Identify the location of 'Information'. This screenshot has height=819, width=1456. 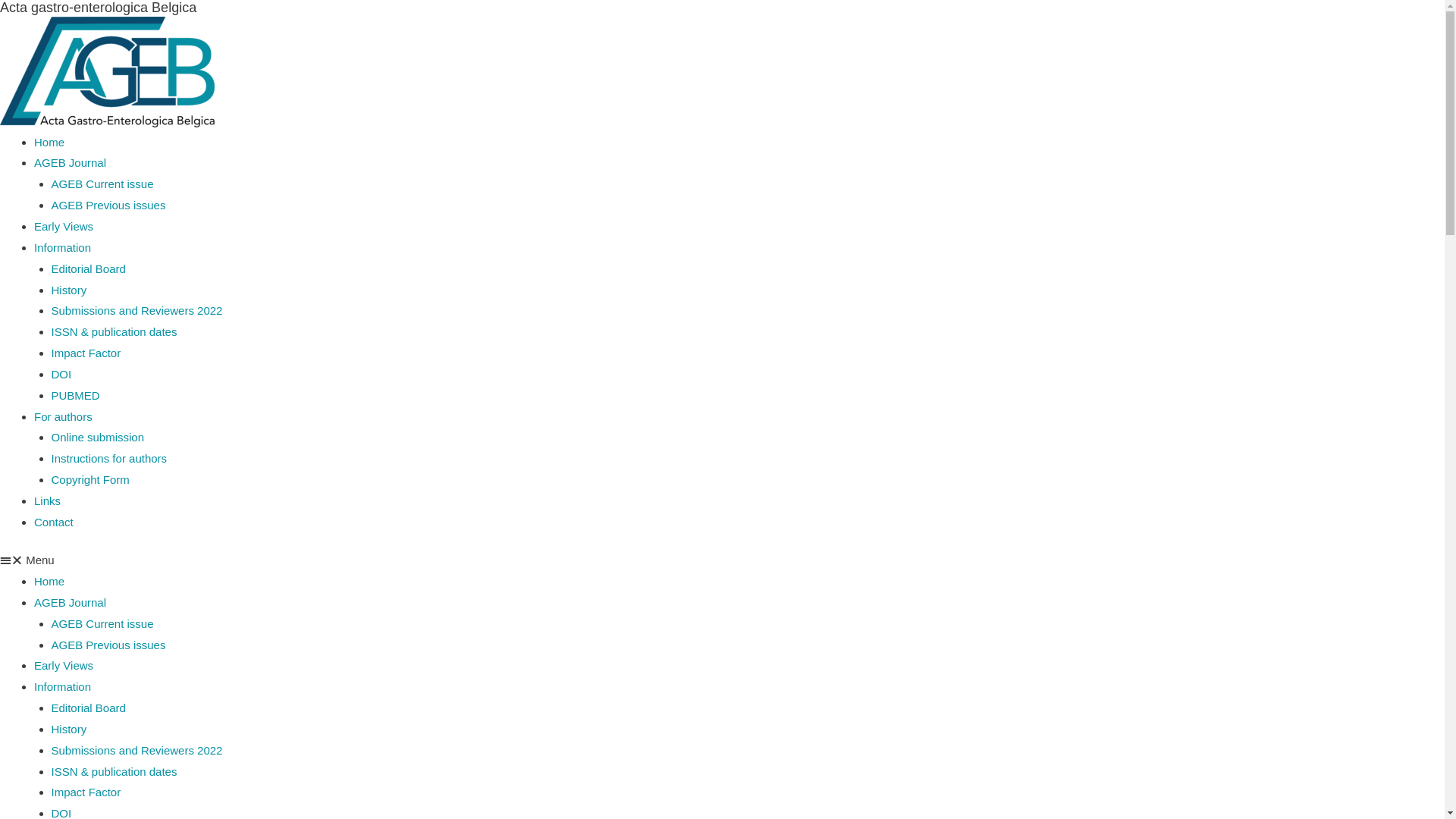
(61, 686).